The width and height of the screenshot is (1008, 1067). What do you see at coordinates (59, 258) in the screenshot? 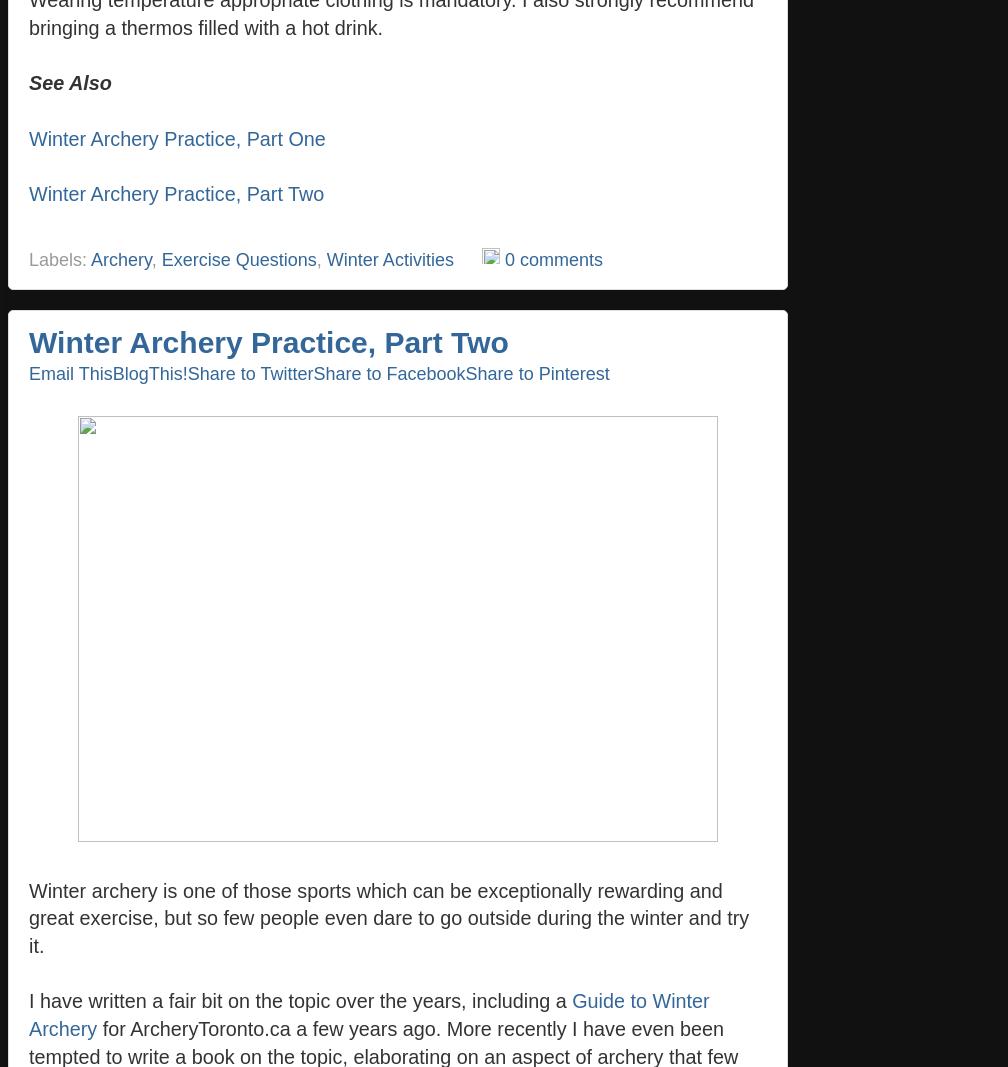
I see `'Labels:'` at bounding box center [59, 258].